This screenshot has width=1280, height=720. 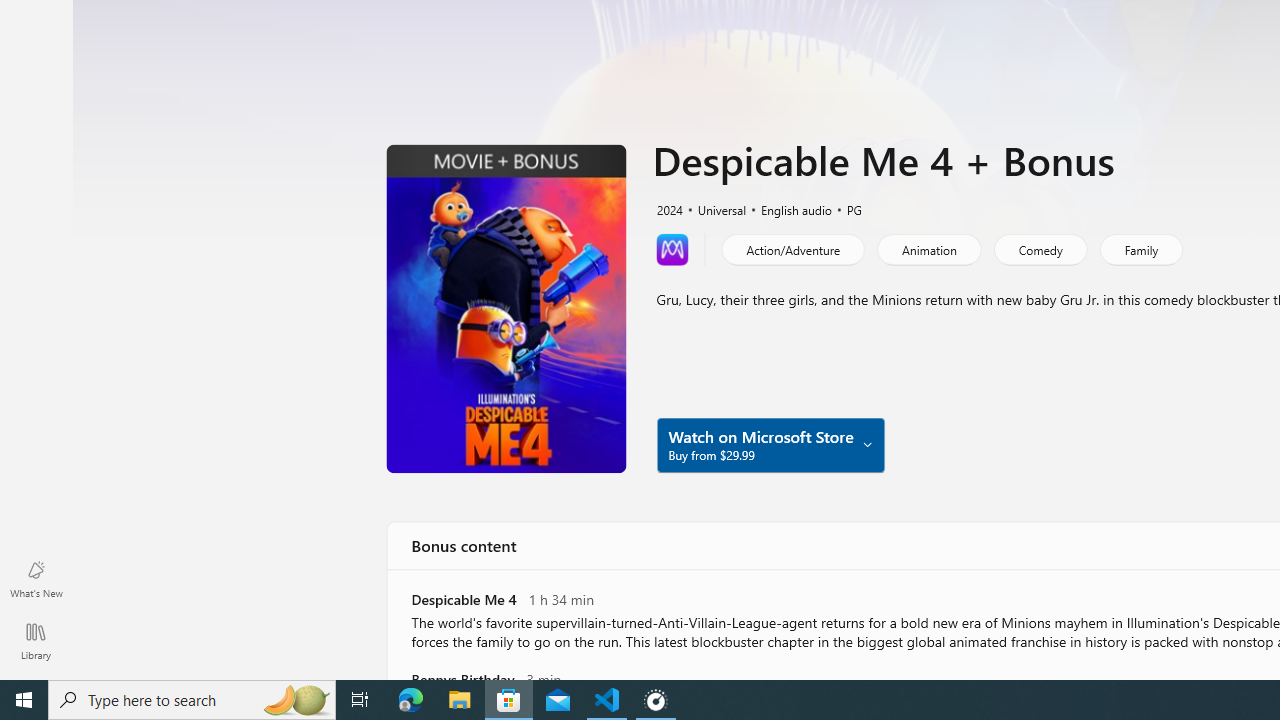 What do you see at coordinates (791, 248) in the screenshot?
I see `'Action/Adventure'` at bounding box center [791, 248].